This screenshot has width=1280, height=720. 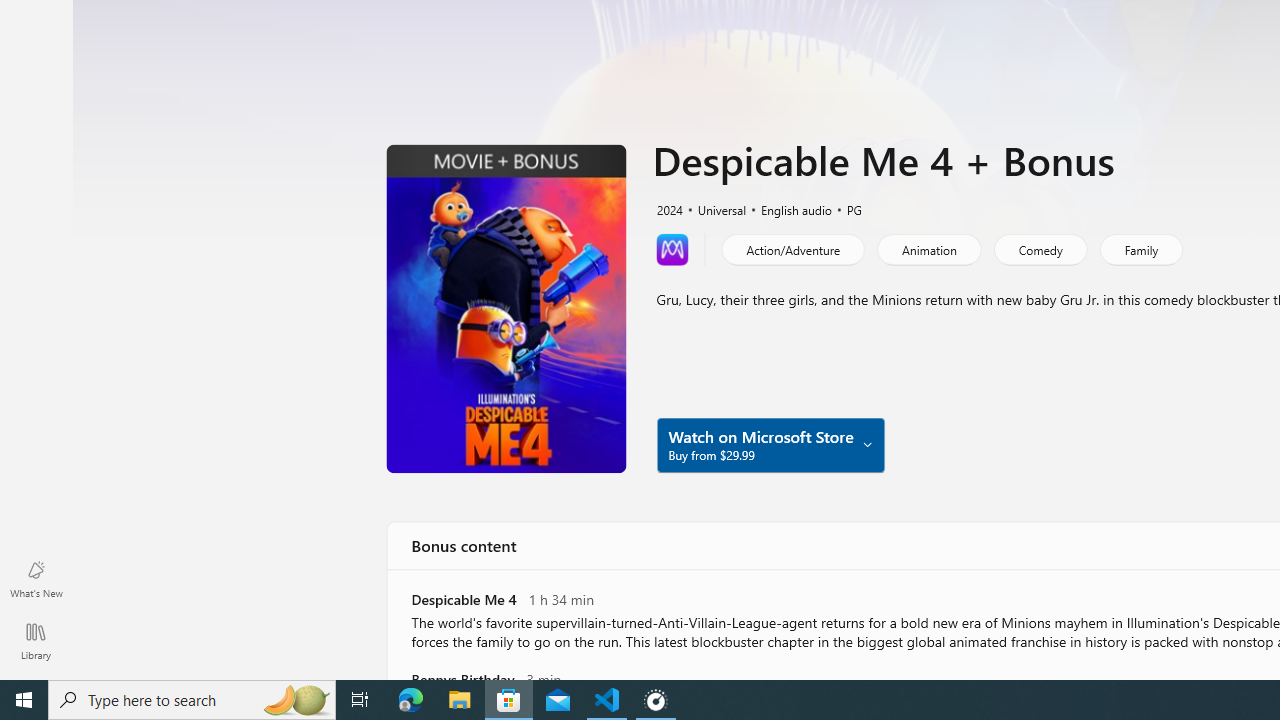 What do you see at coordinates (791, 248) in the screenshot?
I see `'Action/Adventure'` at bounding box center [791, 248].